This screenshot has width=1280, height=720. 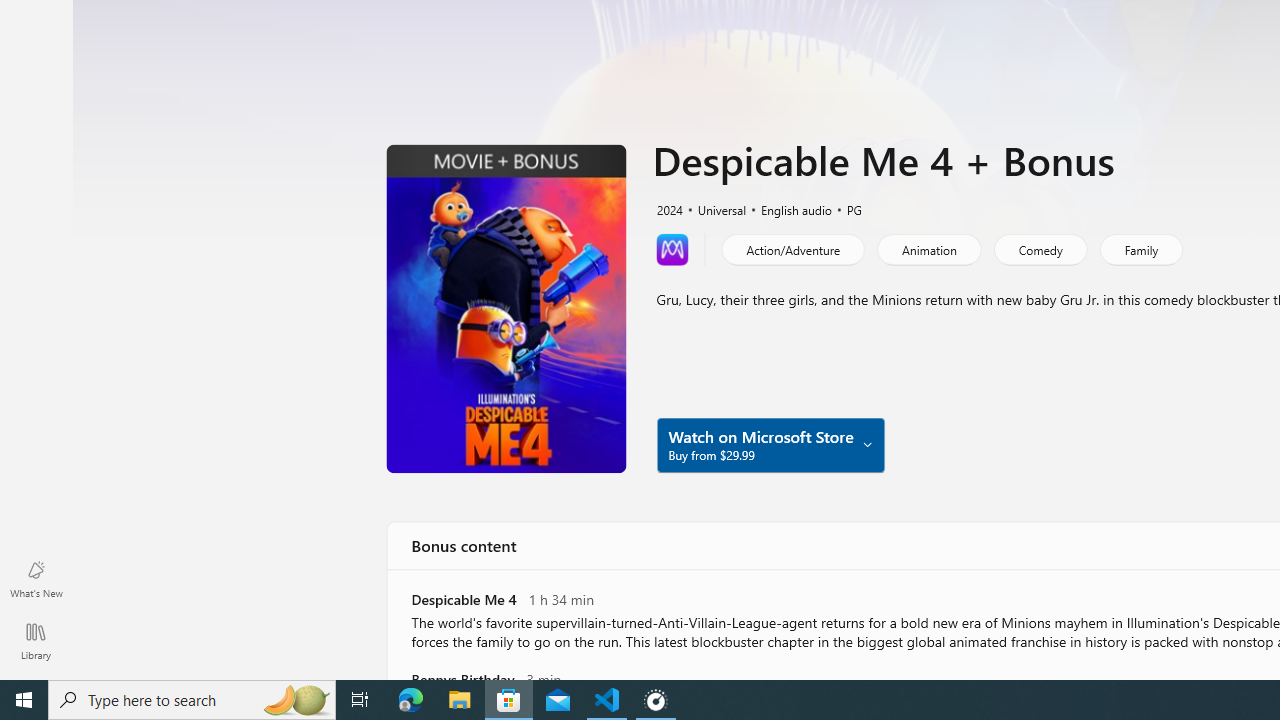 What do you see at coordinates (791, 248) in the screenshot?
I see `'Action/Adventure'` at bounding box center [791, 248].